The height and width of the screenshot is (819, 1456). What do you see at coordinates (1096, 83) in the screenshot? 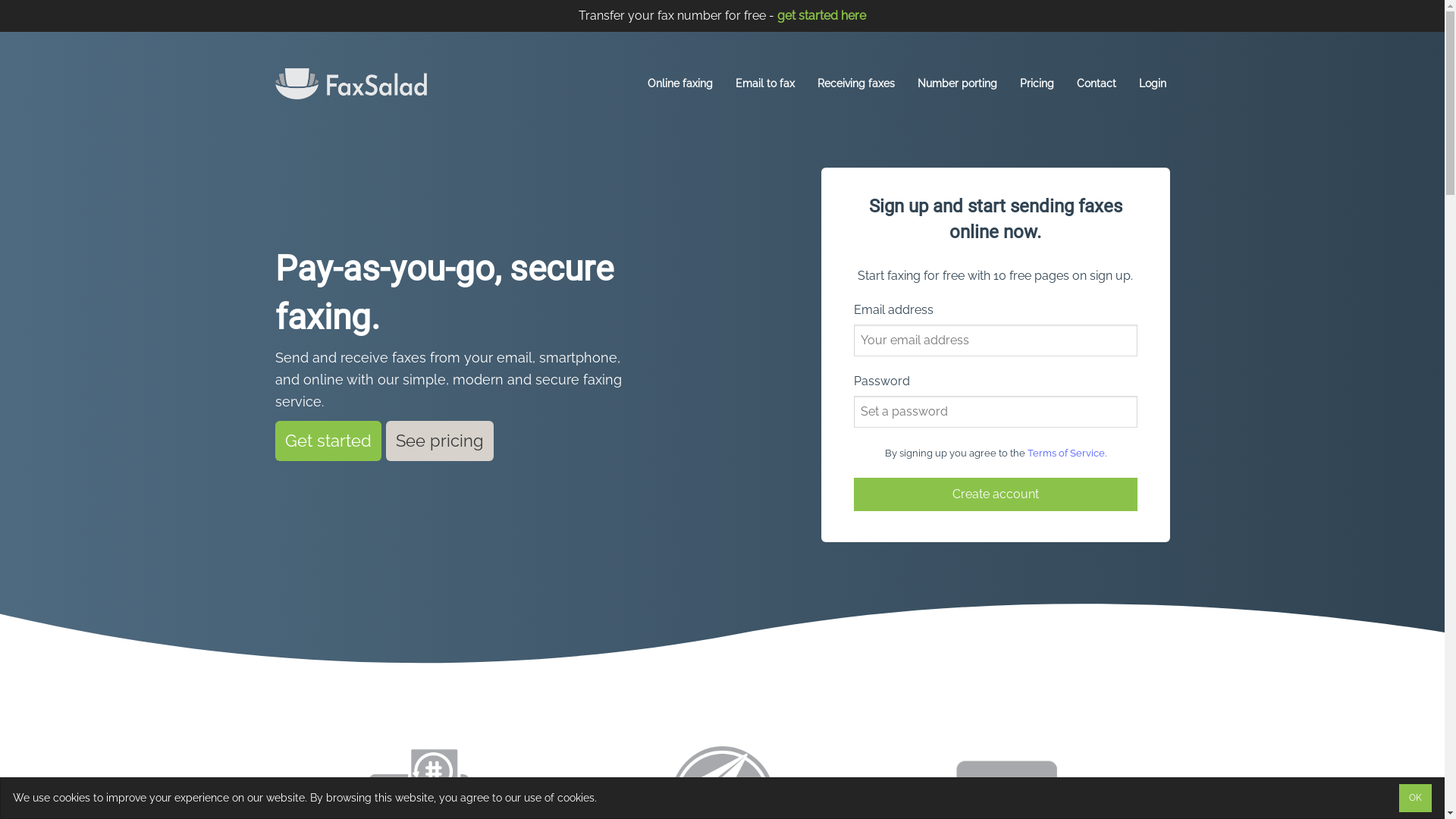
I see `'Contact'` at bounding box center [1096, 83].